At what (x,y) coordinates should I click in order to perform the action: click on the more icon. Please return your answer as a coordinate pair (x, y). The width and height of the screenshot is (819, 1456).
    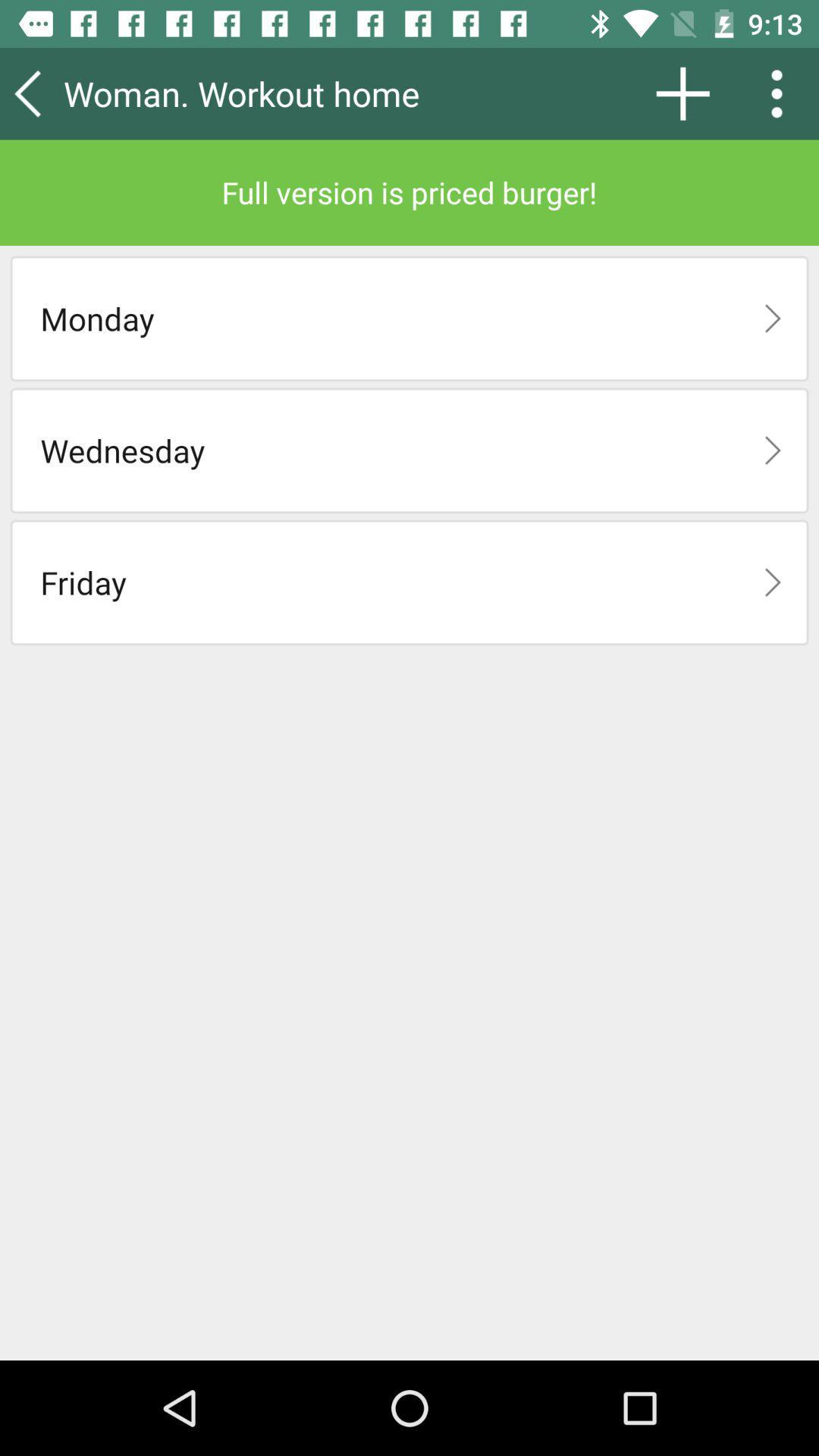
    Looking at the image, I should click on (782, 93).